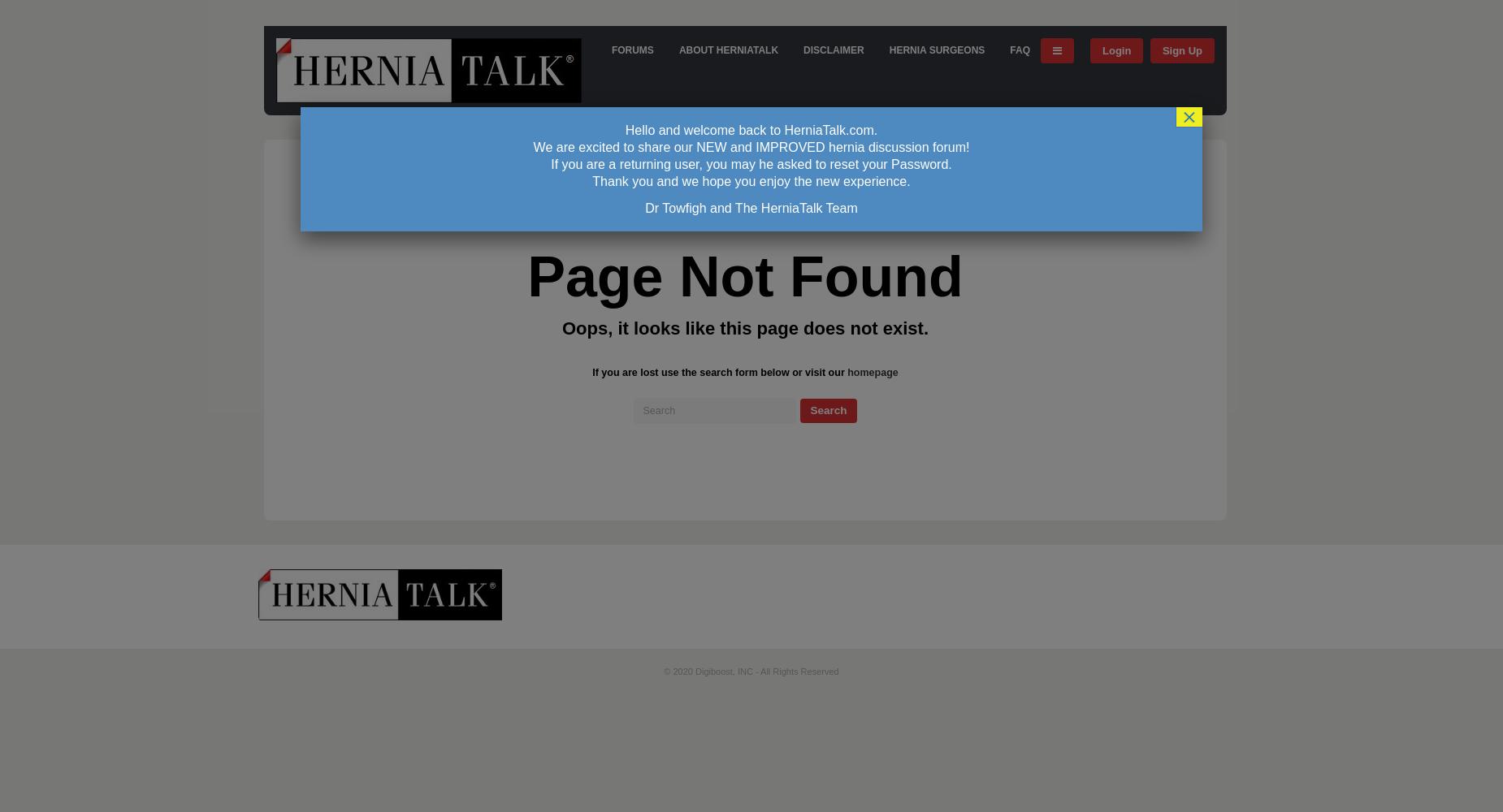 The image size is (1503, 812). I want to click on 'If you are lost use the search form below or visit our', so click(592, 372).